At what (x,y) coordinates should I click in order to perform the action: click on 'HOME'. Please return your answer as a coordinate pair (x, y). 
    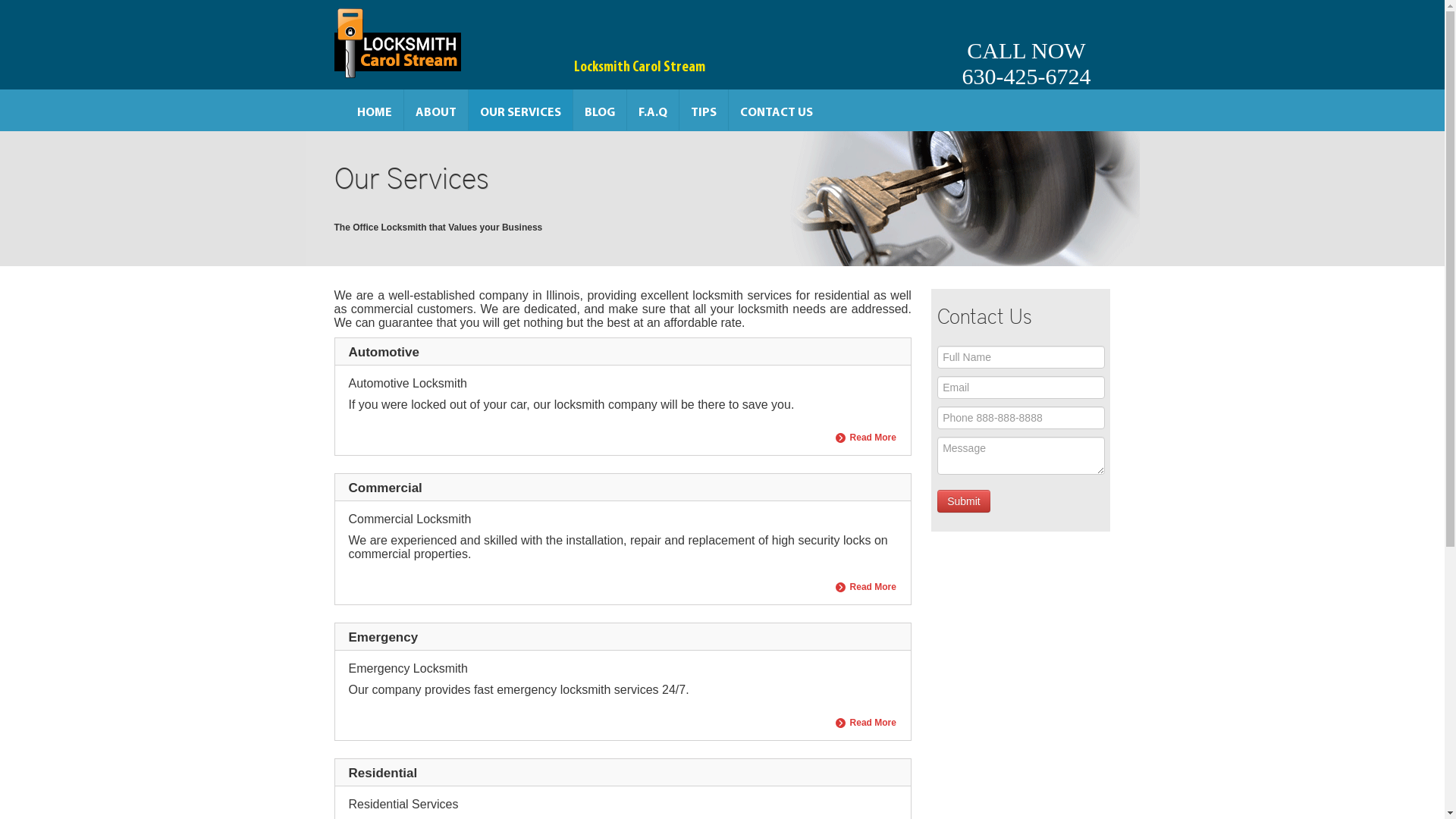
    Looking at the image, I should click on (345, 109).